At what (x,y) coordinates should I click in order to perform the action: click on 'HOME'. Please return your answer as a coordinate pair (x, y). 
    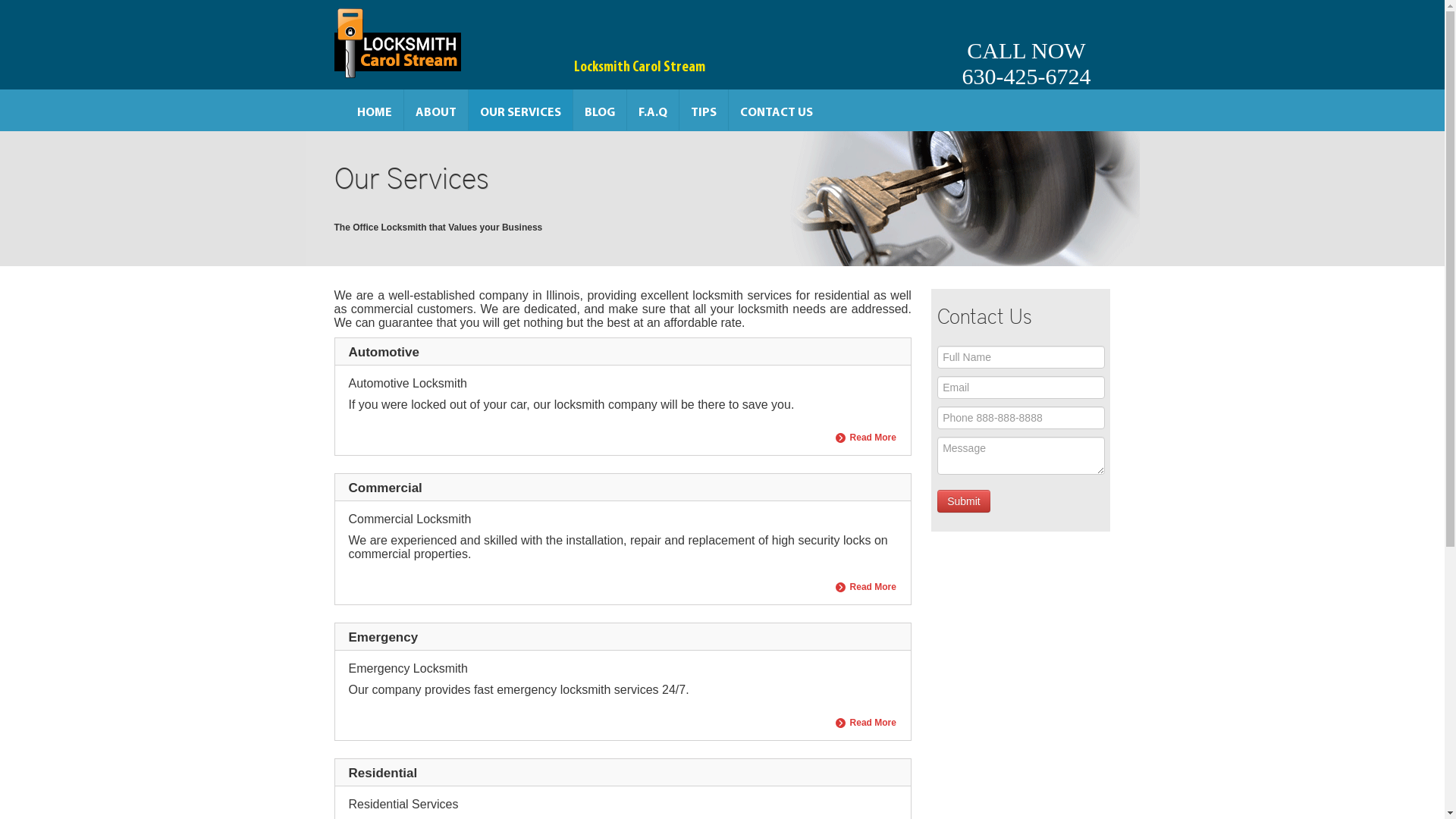
    Looking at the image, I should click on (345, 109).